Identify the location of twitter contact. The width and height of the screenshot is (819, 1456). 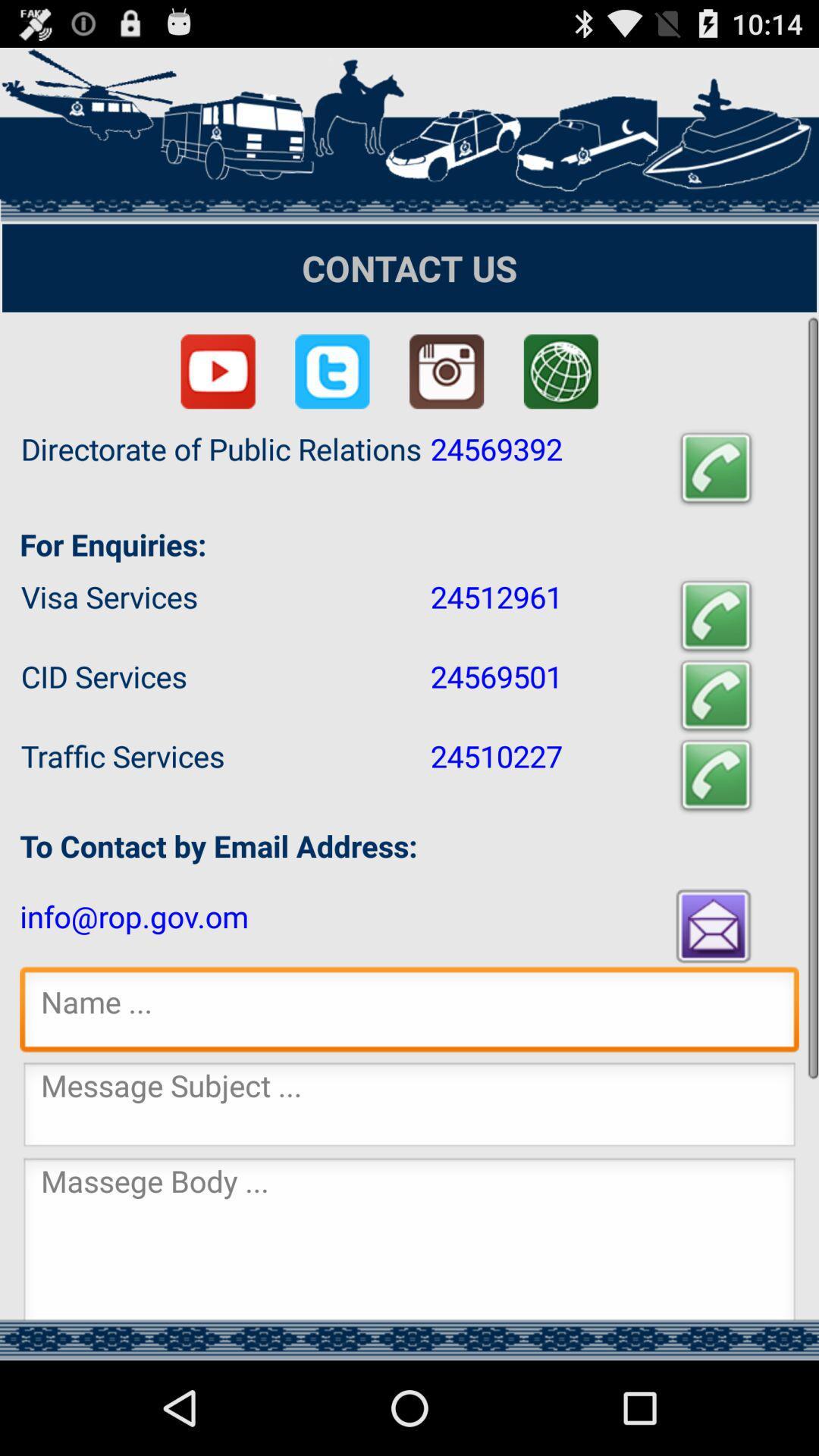
(331, 372).